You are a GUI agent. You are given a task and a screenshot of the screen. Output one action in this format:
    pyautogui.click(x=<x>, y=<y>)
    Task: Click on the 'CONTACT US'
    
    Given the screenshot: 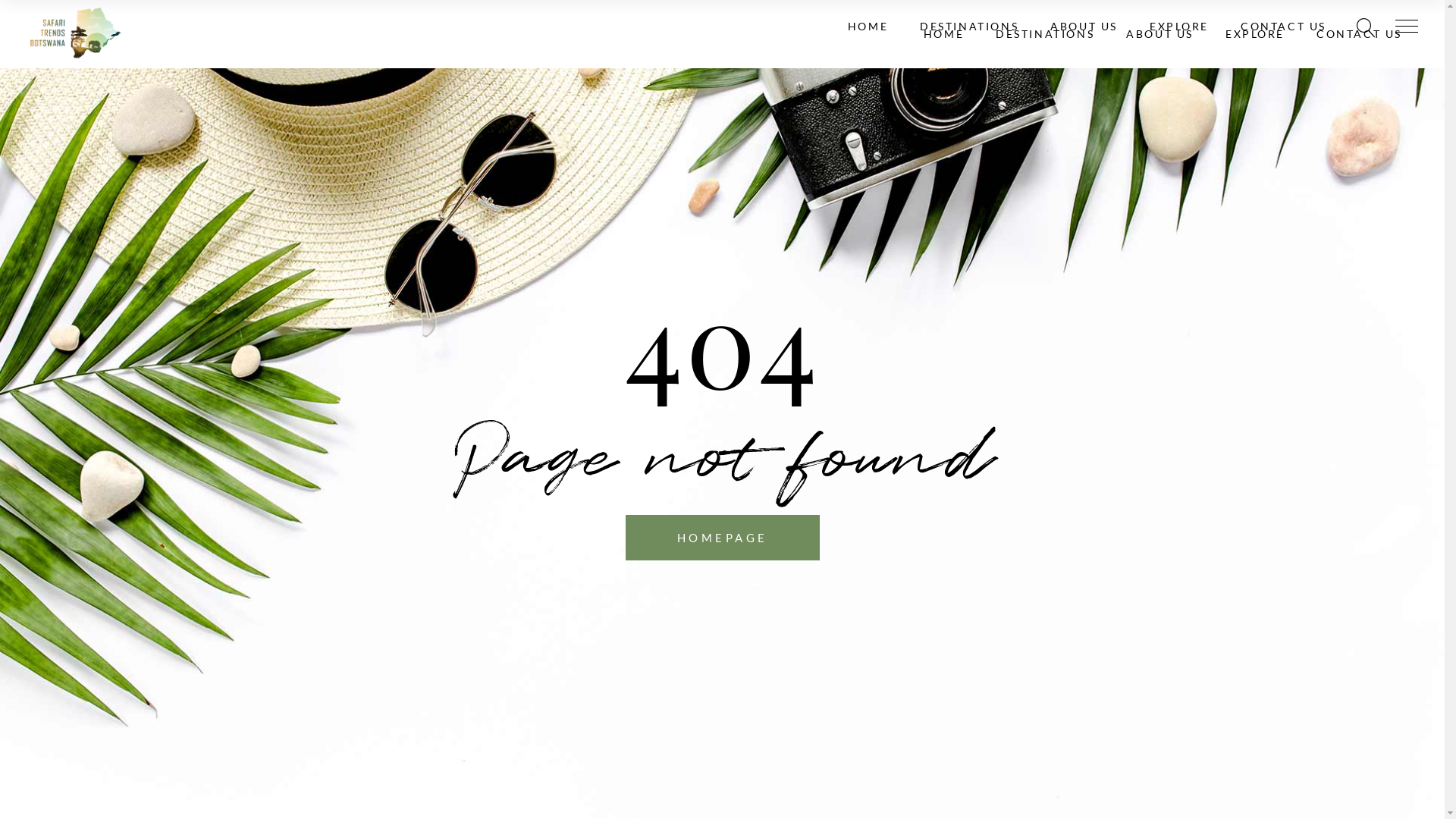 What is the action you would take?
    pyautogui.click(x=1359, y=34)
    